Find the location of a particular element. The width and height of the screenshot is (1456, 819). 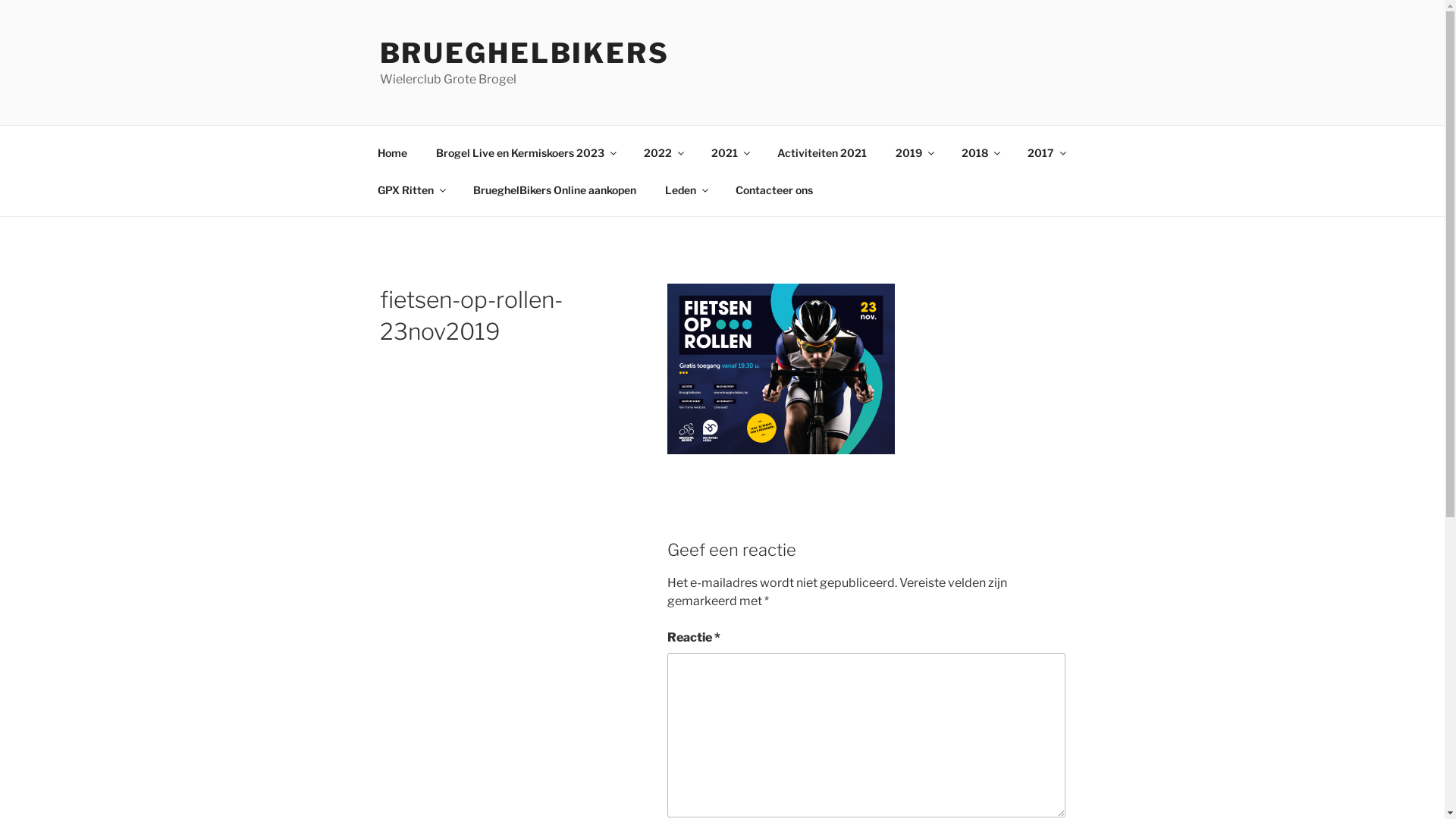

'Activiteiten 2021' is located at coordinates (764, 152).